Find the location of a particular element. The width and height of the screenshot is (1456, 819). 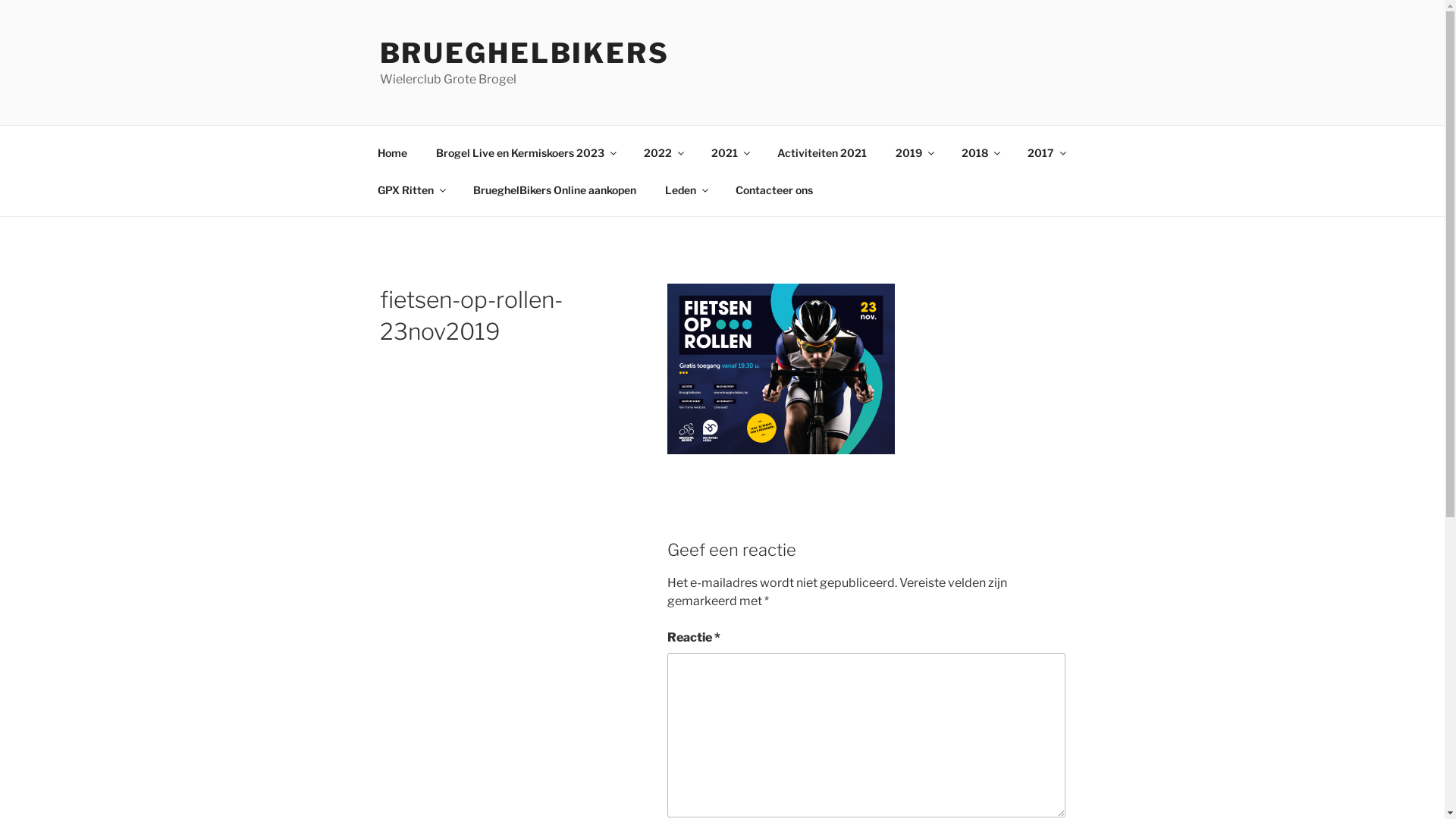

'Activiteiten 2021' is located at coordinates (764, 152).